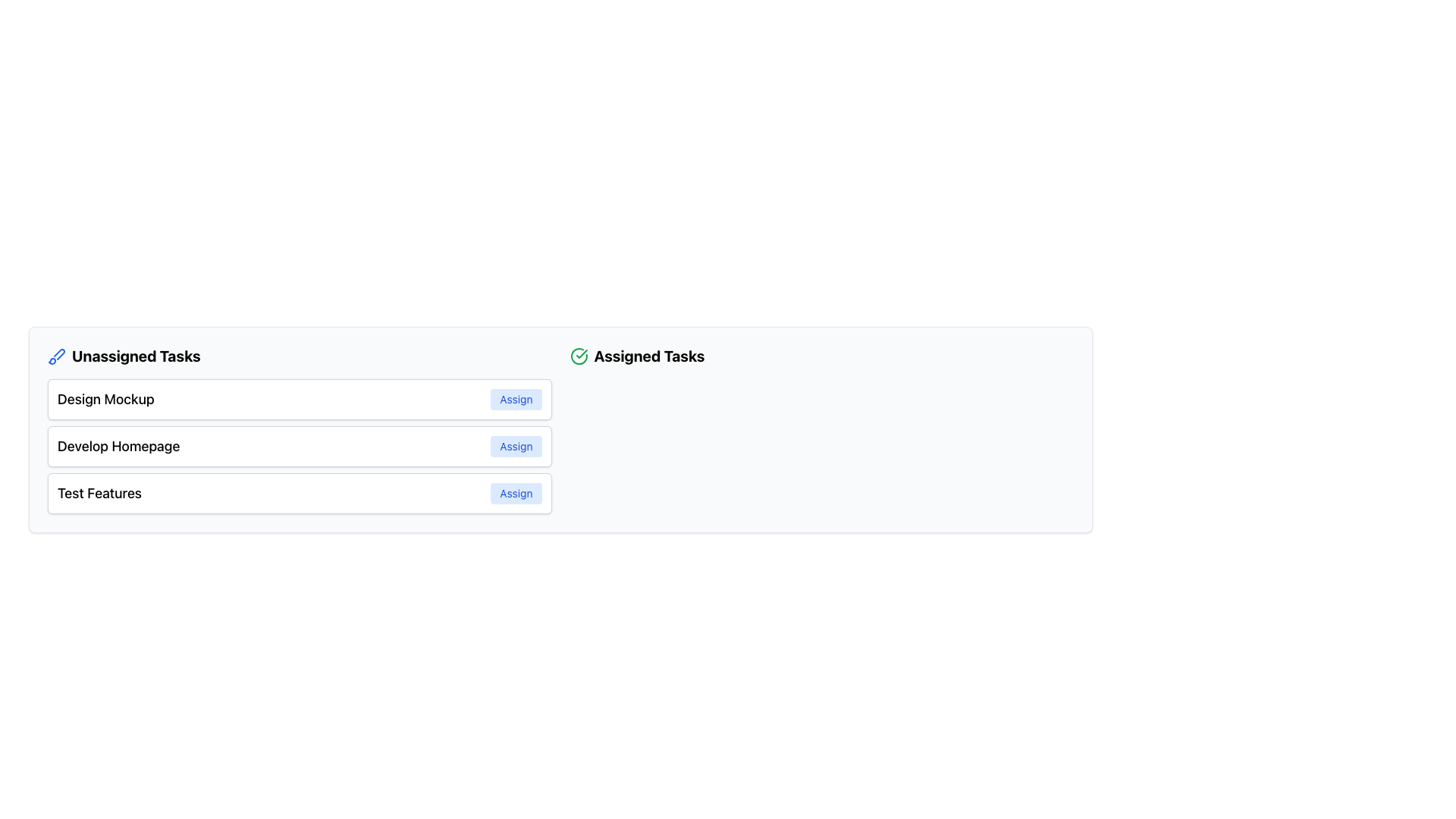 Image resolution: width=1456 pixels, height=819 pixels. Describe the element at coordinates (578, 356) in the screenshot. I see `the status icon in the 'Assigned Tasks' section, which is located at the top right of the interface and precedes the text 'Assigned Tasks'` at that location.